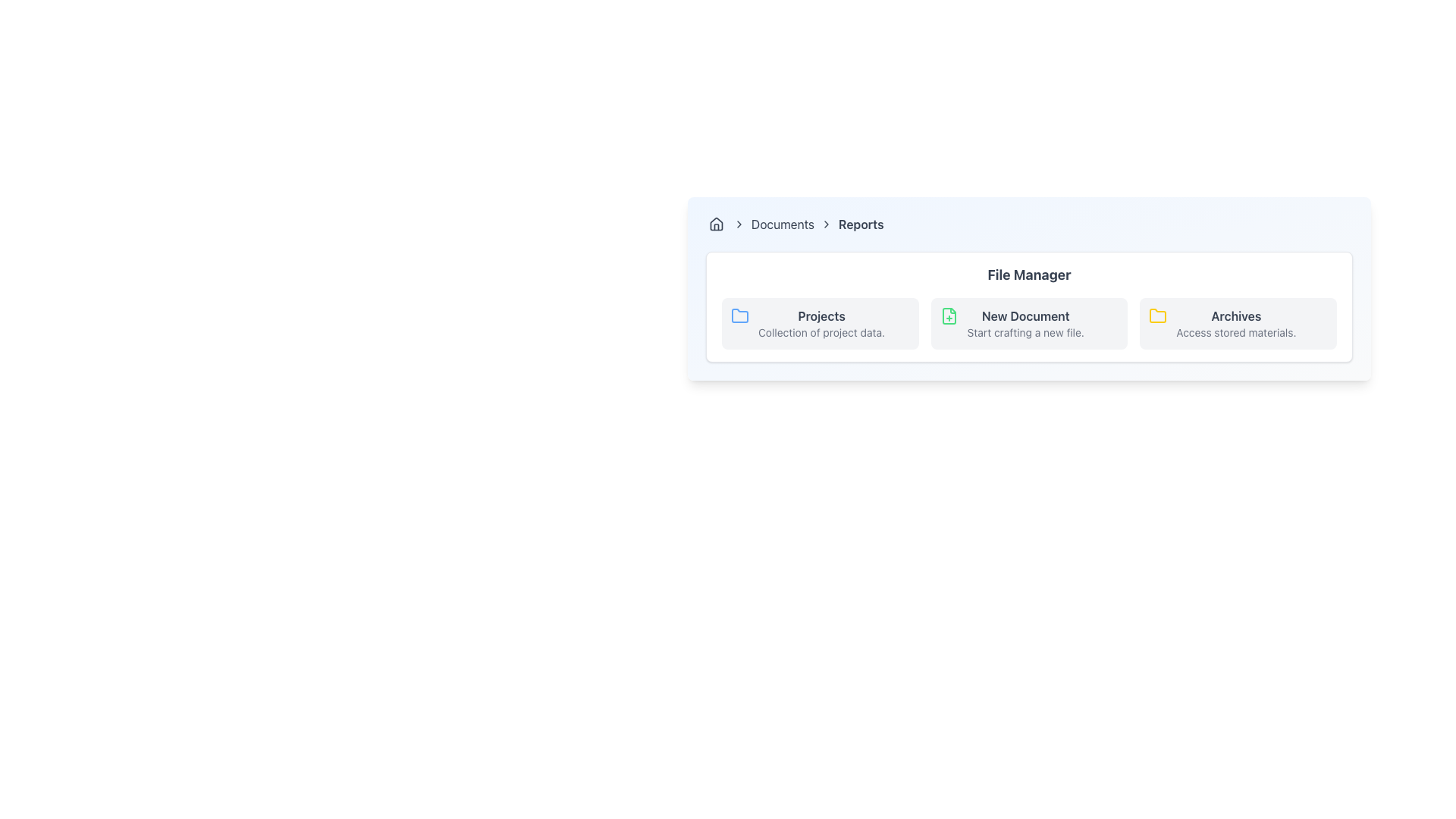 This screenshot has height=819, width=1456. What do you see at coordinates (1236, 315) in the screenshot?
I see `the 'Archives' text label in the 'File Manager' section to interact with related functionalities` at bounding box center [1236, 315].